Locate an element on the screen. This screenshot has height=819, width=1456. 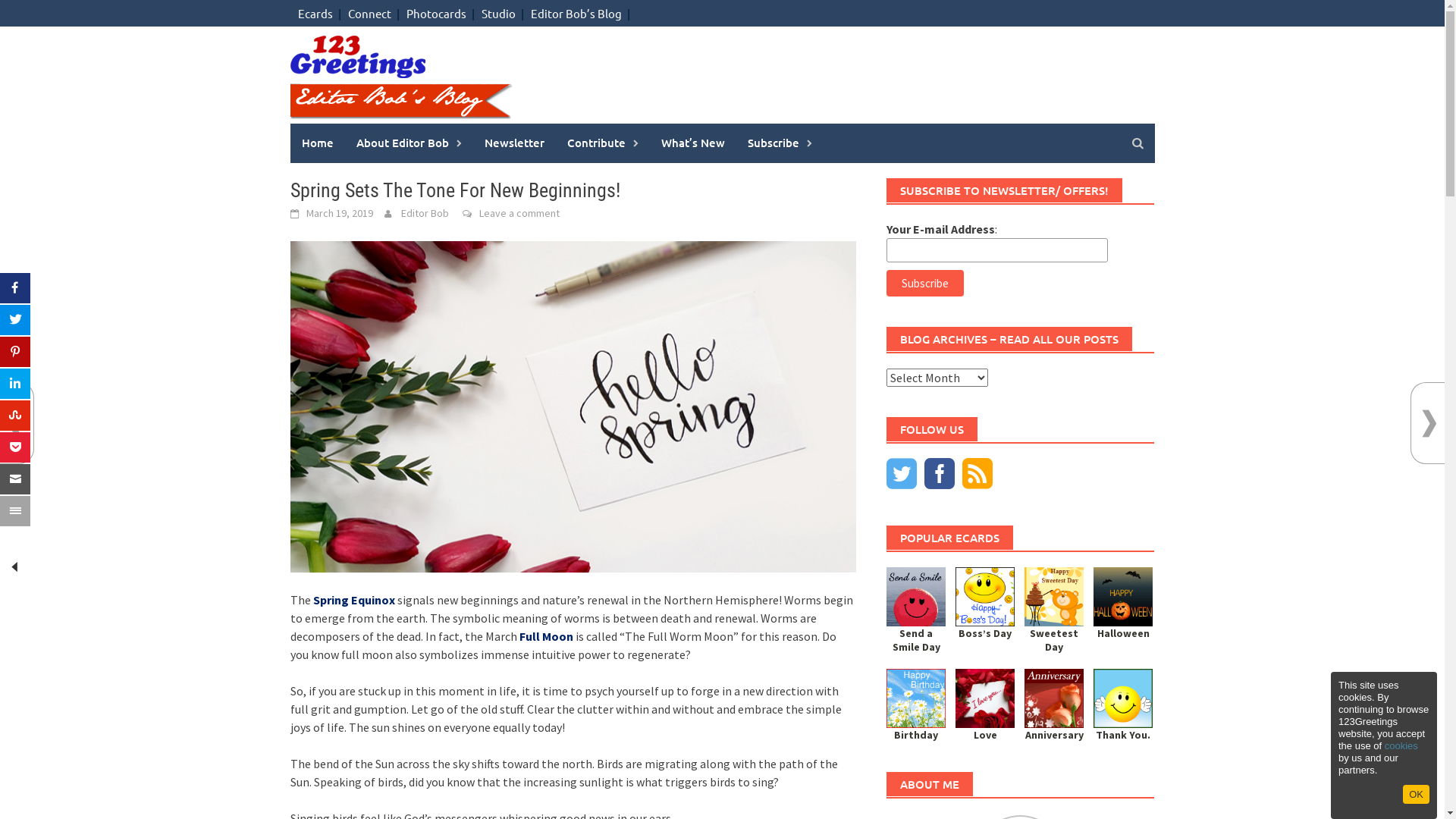
'OK' is located at coordinates (1415, 793).